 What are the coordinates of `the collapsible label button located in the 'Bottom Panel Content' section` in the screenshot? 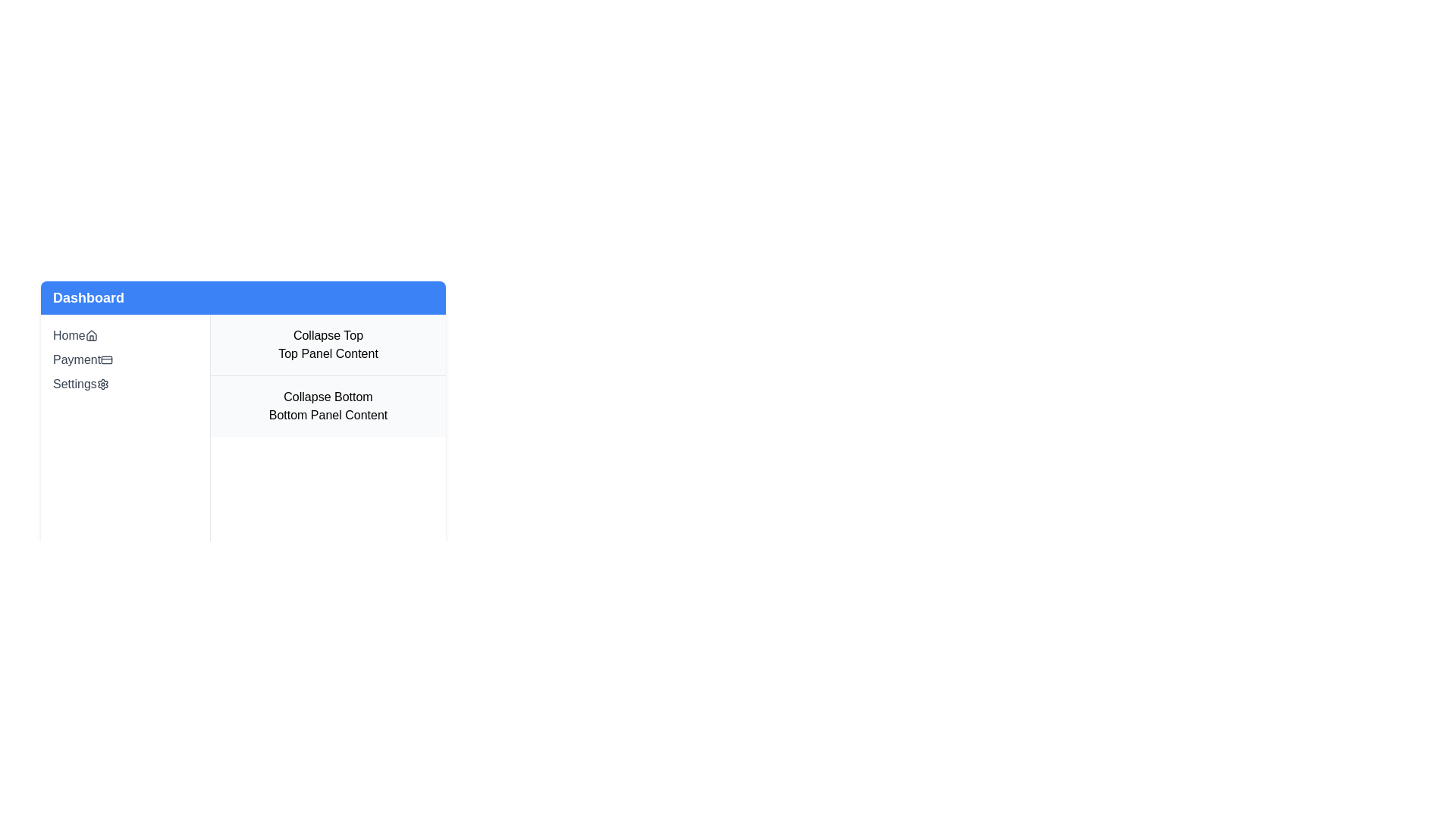 It's located at (327, 397).